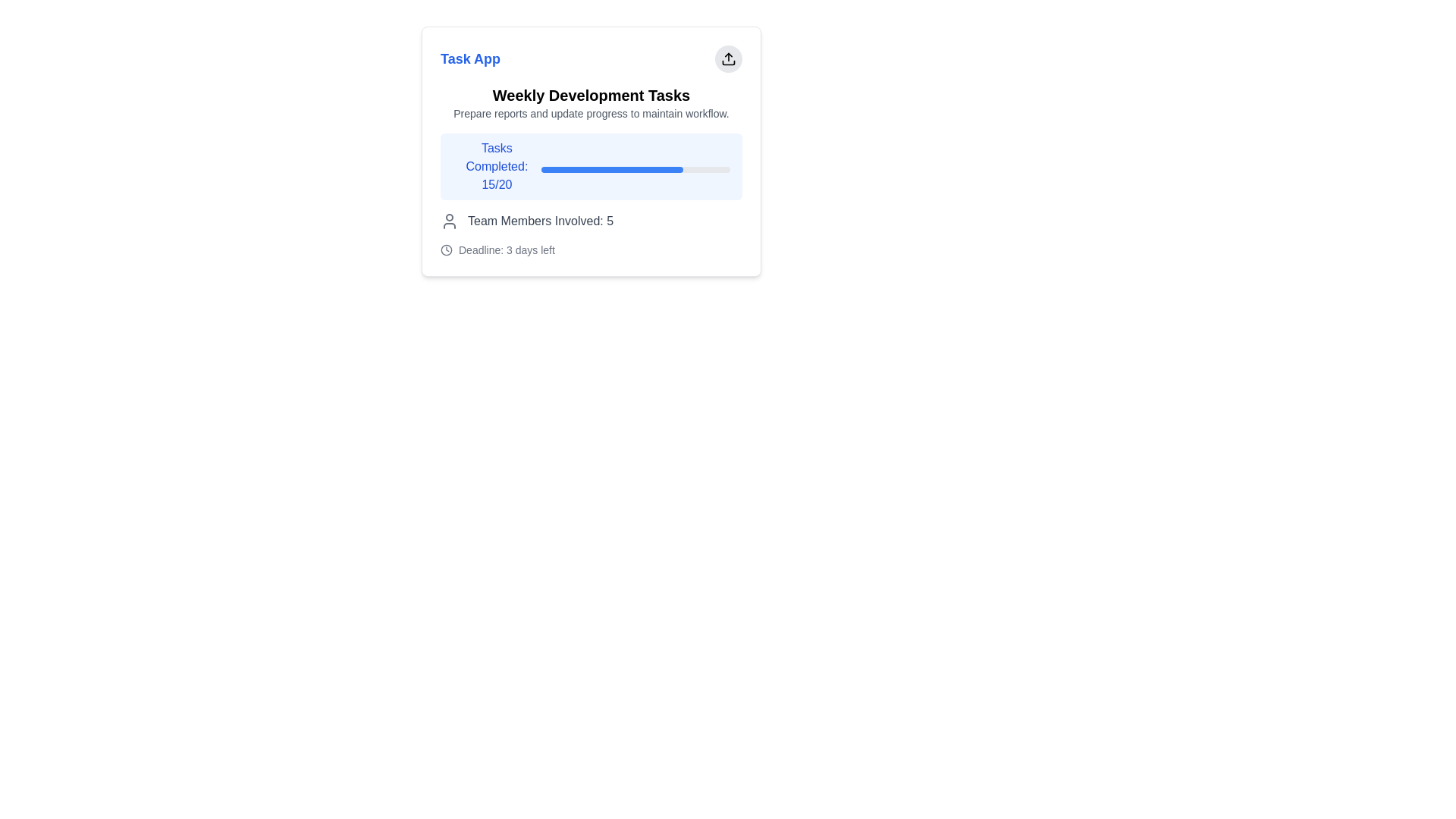 Image resolution: width=1456 pixels, height=819 pixels. What do you see at coordinates (590, 96) in the screenshot?
I see `text from the Text Label located at the top center of its section, which summarizes the content or purpose of the enclosing section` at bounding box center [590, 96].